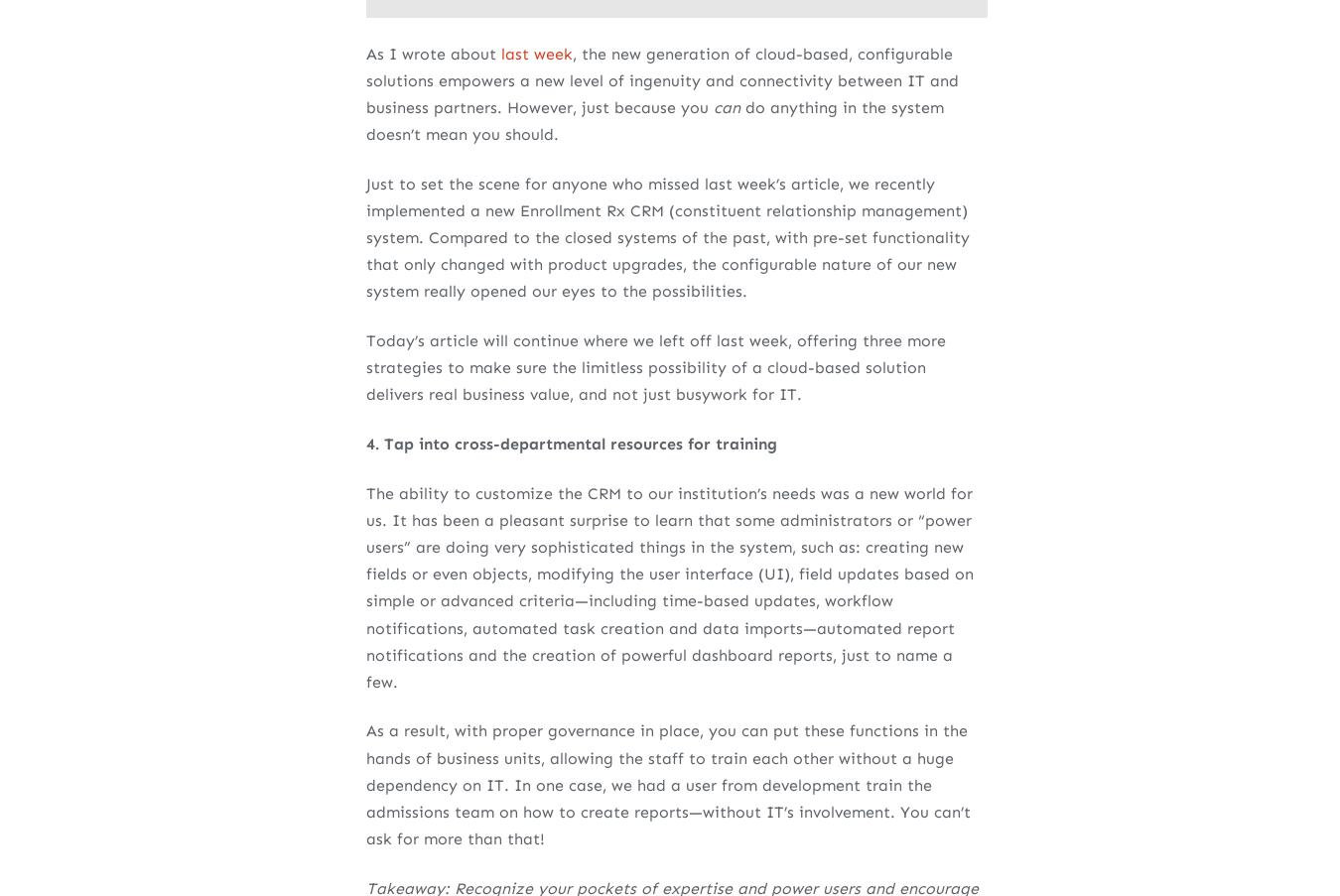  I want to click on ', the new generation of cloud-based, configurable solutions empowers a new level of ingenuity and connectivity between IT and business partners. However, just because you', so click(661, 79).